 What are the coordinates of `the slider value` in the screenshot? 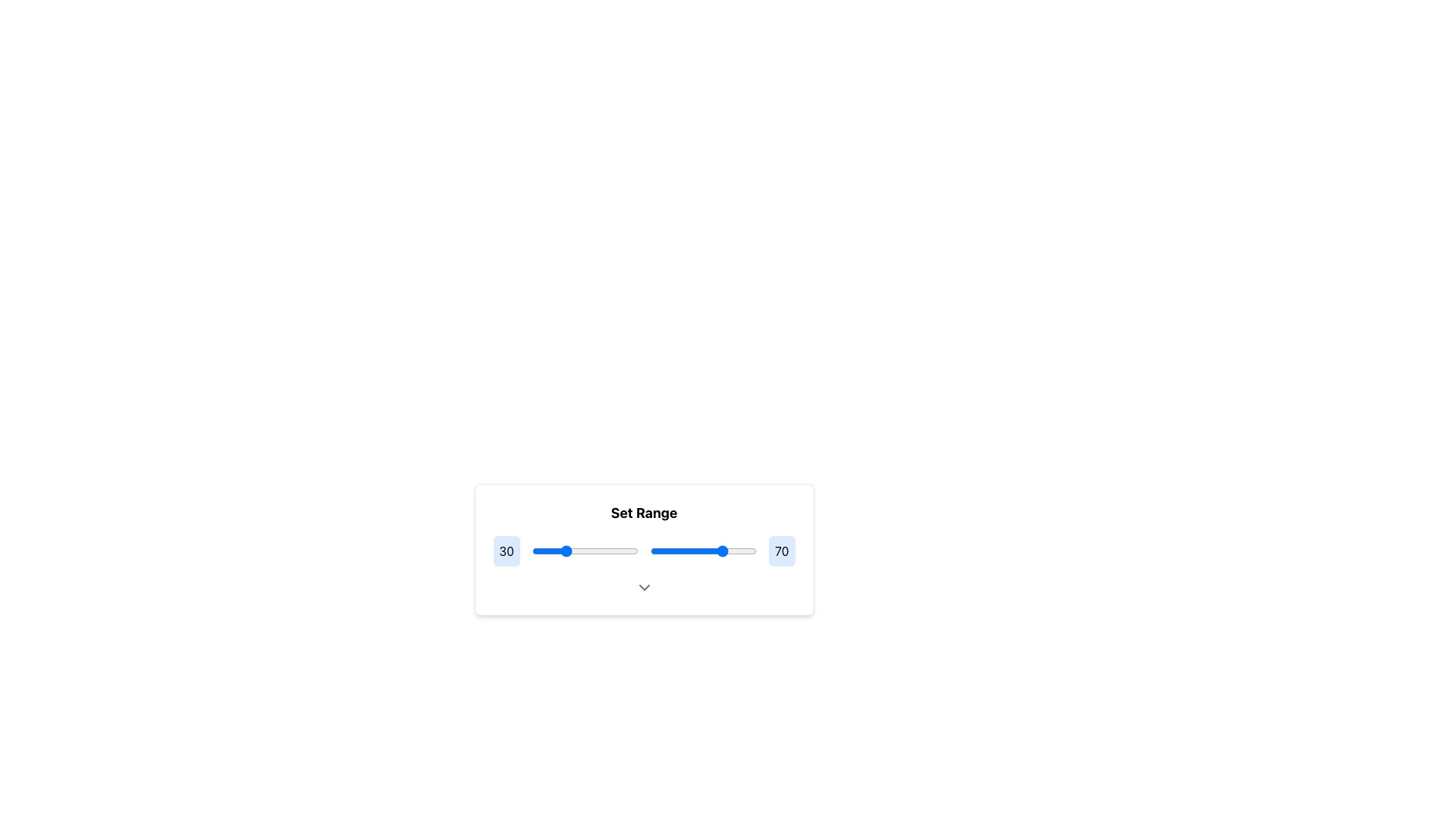 It's located at (636, 551).